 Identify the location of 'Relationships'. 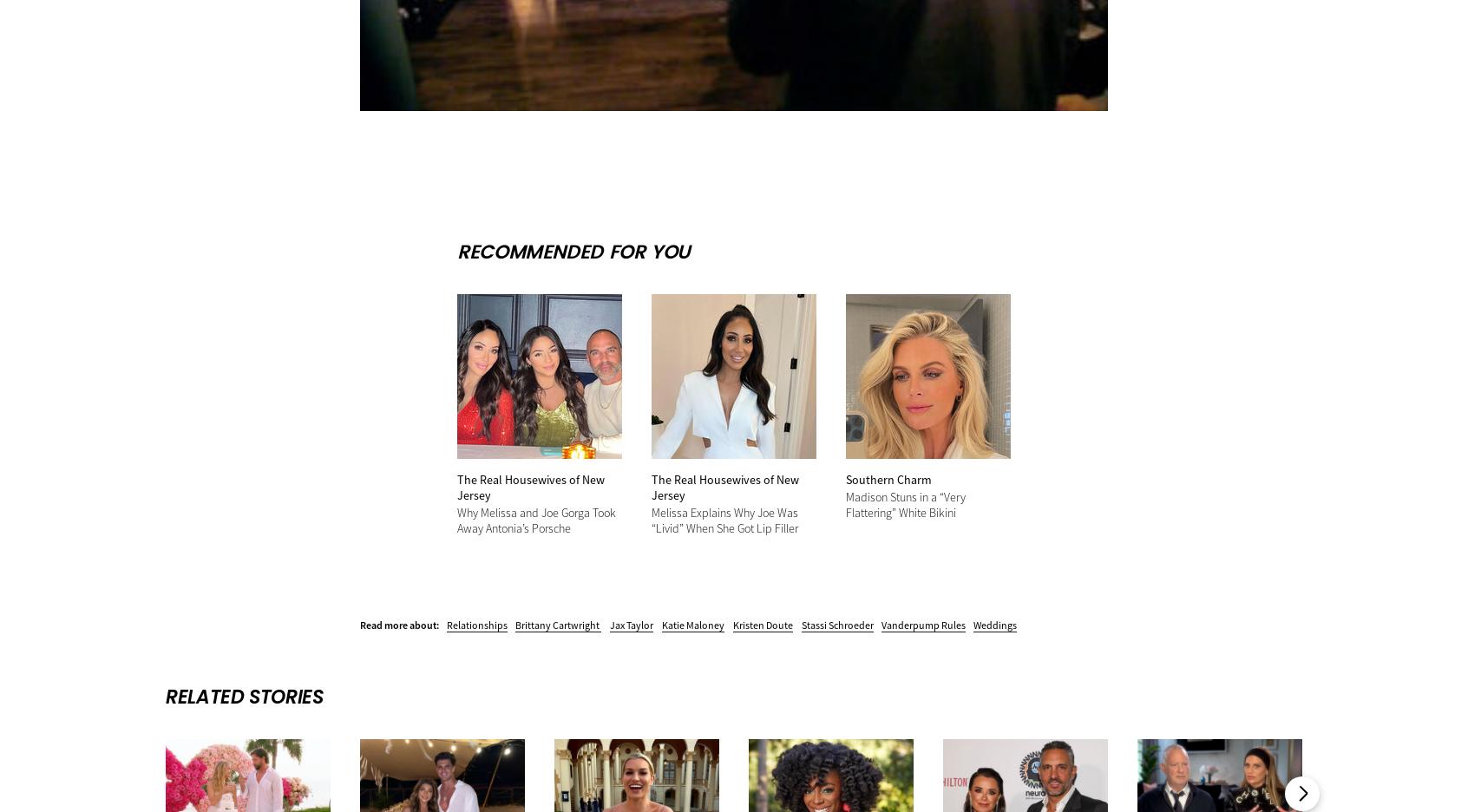
(447, 623).